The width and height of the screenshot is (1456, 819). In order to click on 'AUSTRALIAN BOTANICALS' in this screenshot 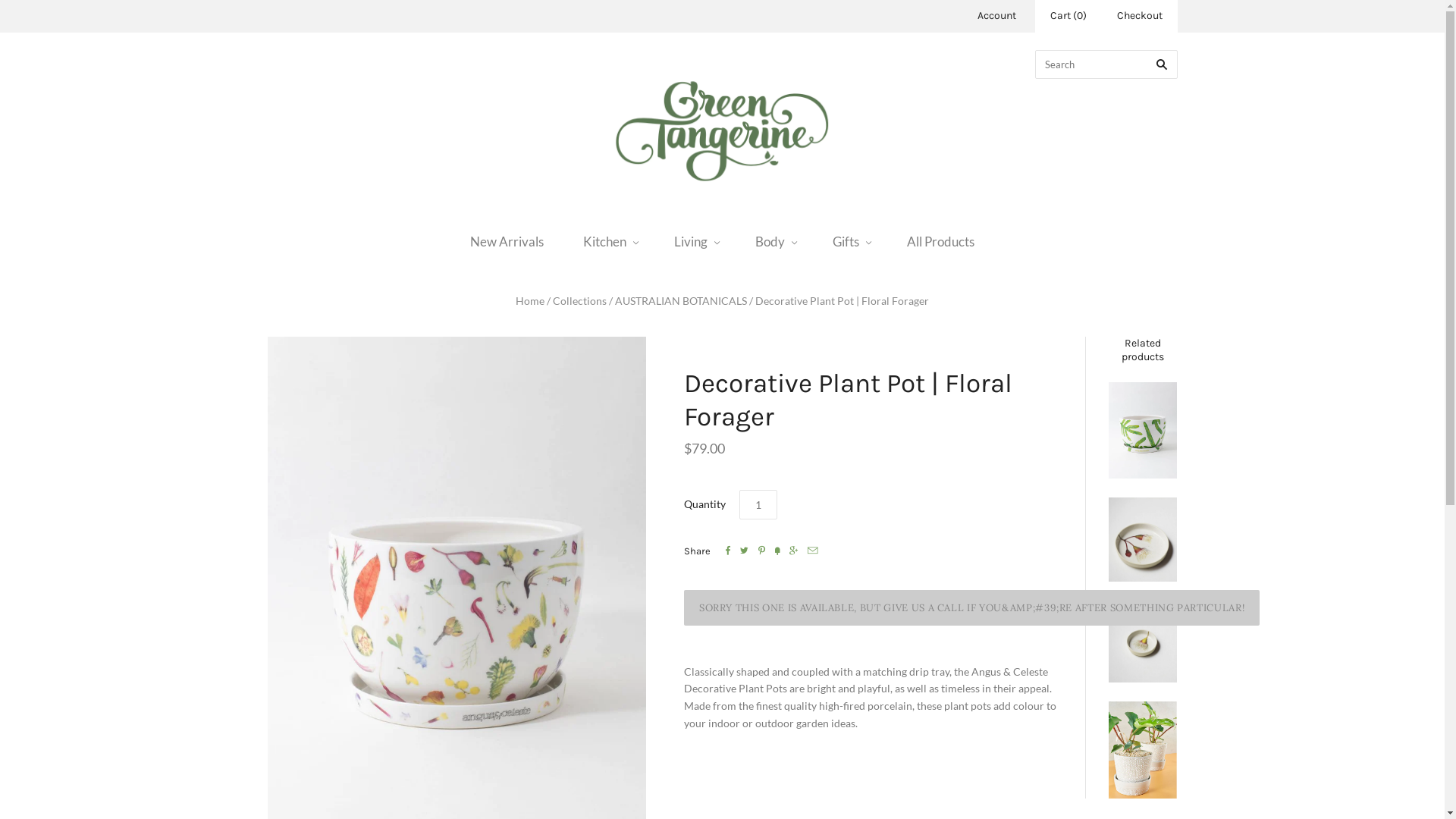, I will do `click(679, 300)`.